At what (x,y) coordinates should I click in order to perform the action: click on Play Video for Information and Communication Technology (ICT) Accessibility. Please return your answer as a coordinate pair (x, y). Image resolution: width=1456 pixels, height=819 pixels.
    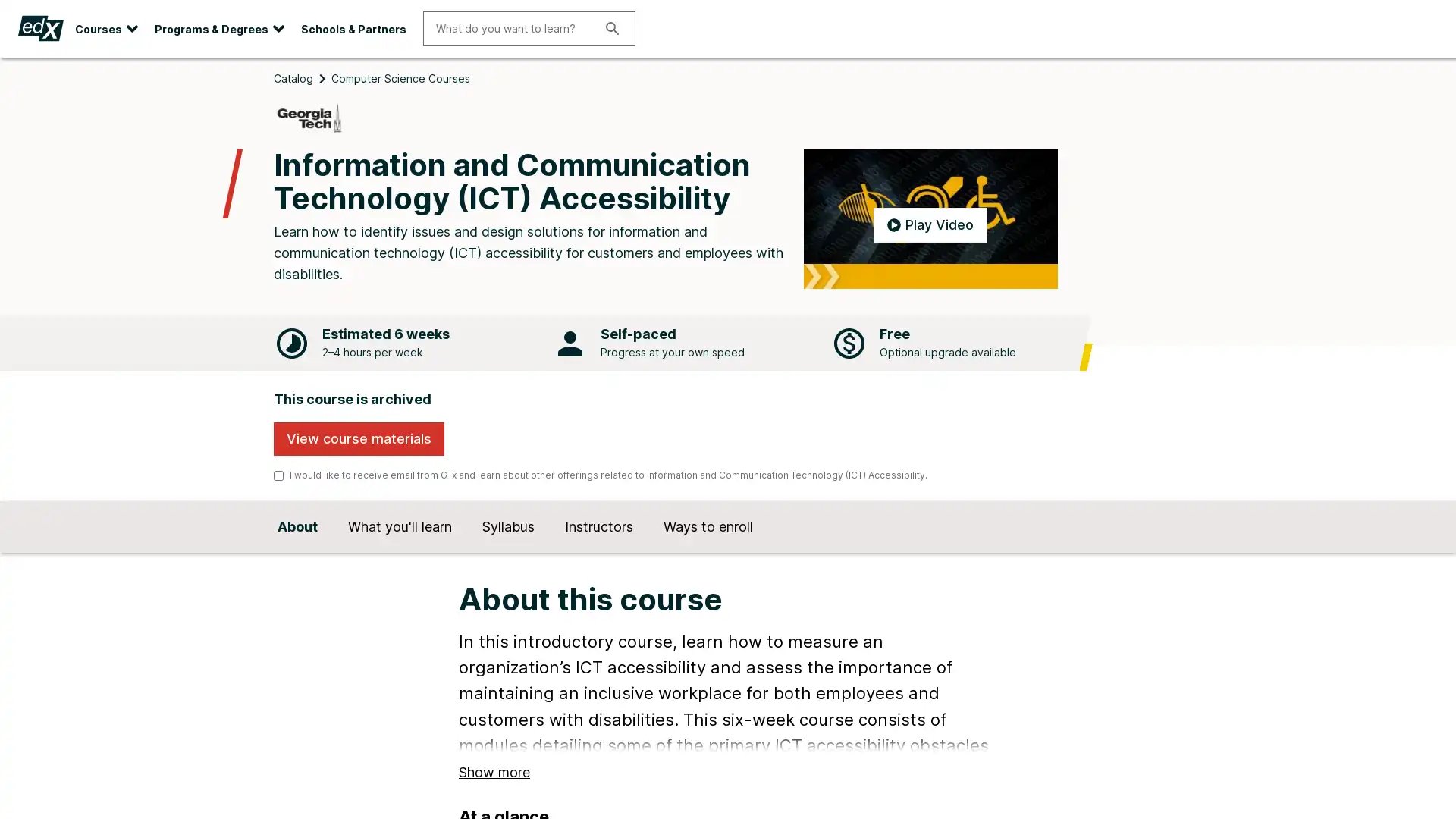
    Looking at the image, I should click on (929, 243).